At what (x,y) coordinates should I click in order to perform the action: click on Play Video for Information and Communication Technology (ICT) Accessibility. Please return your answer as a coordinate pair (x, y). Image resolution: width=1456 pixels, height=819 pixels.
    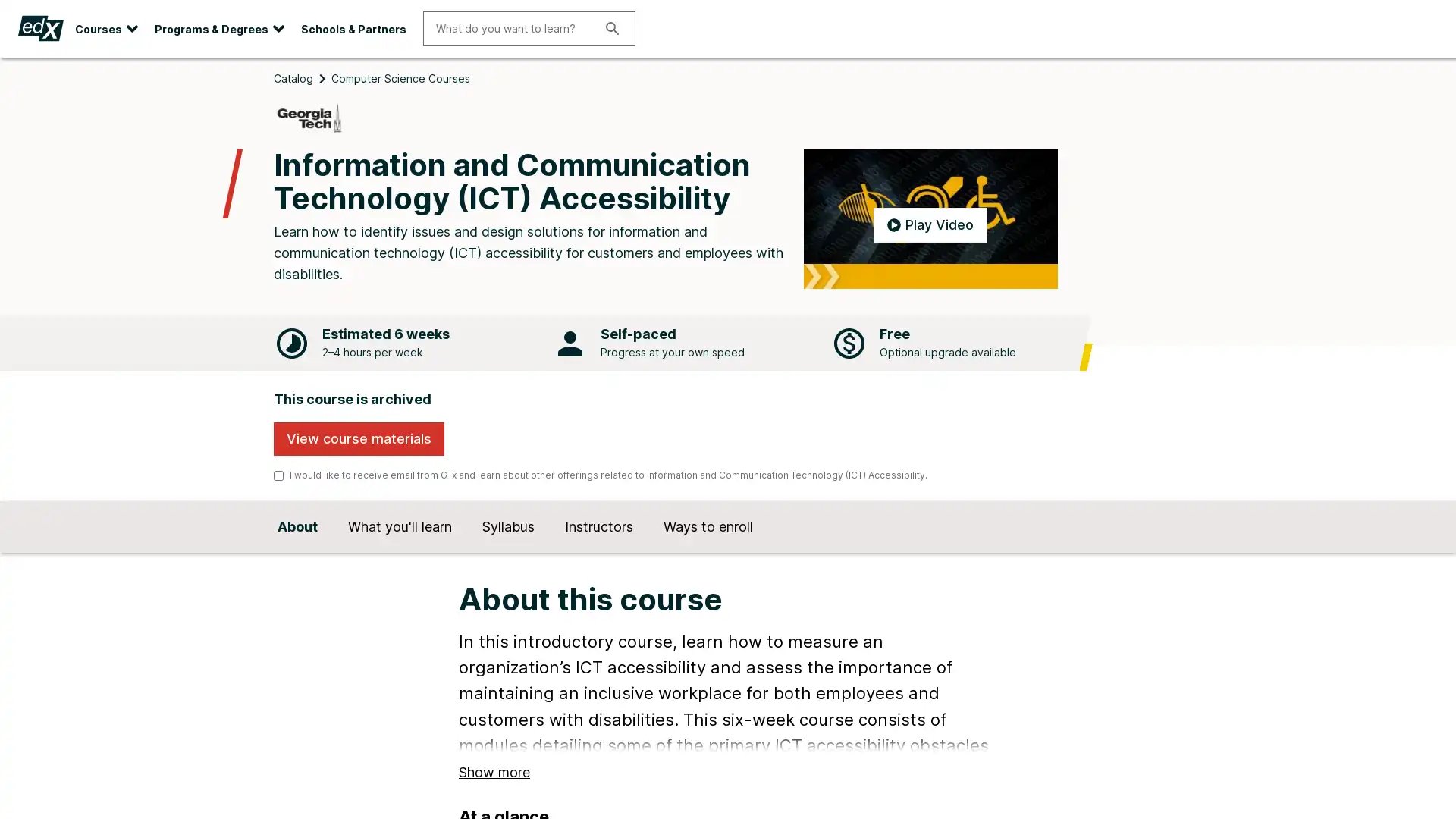
    Looking at the image, I should click on (929, 243).